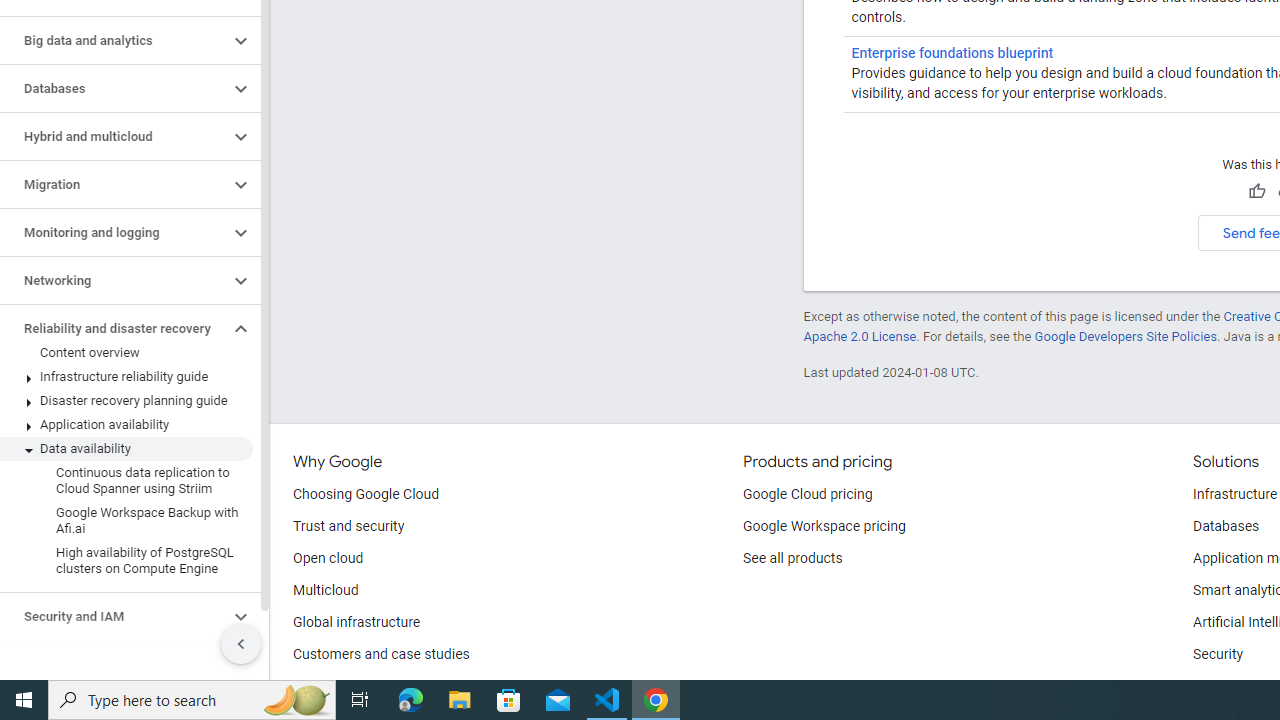 The width and height of the screenshot is (1280, 720). Describe the element at coordinates (113, 328) in the screenshot. I see `'Reliability and disaster recovery'` at that location.